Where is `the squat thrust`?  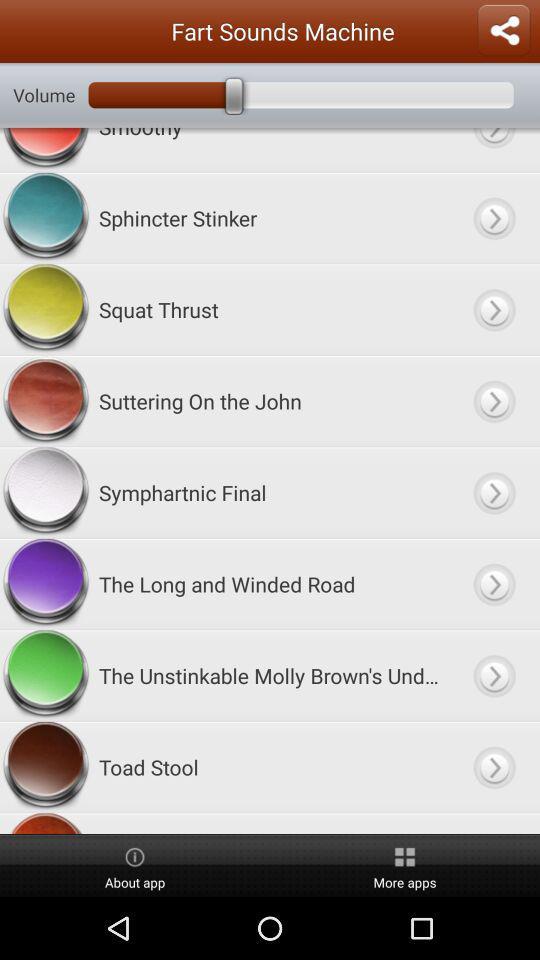 the squat thrust is located at coordinates (269, 309).